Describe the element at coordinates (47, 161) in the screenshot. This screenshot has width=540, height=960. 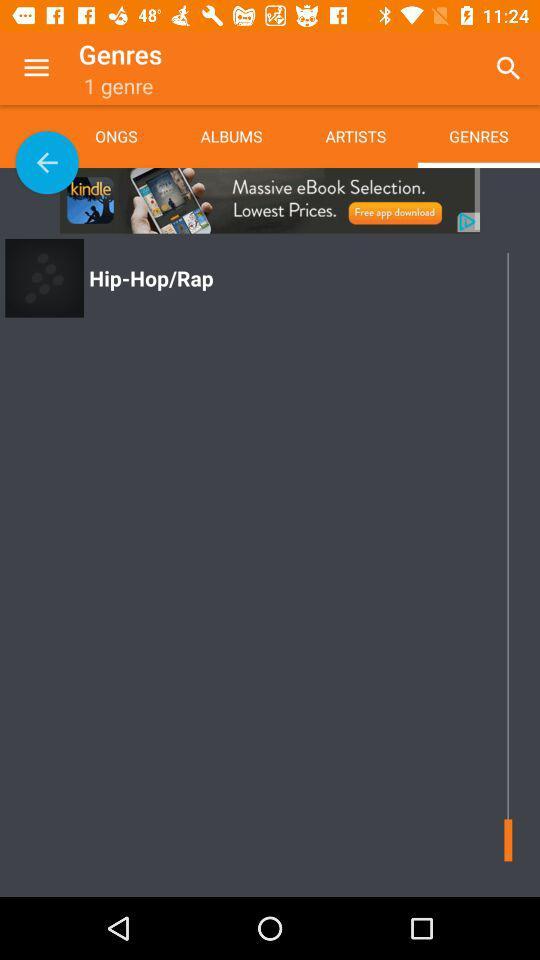
I see `icon next to the songs app` at that location.